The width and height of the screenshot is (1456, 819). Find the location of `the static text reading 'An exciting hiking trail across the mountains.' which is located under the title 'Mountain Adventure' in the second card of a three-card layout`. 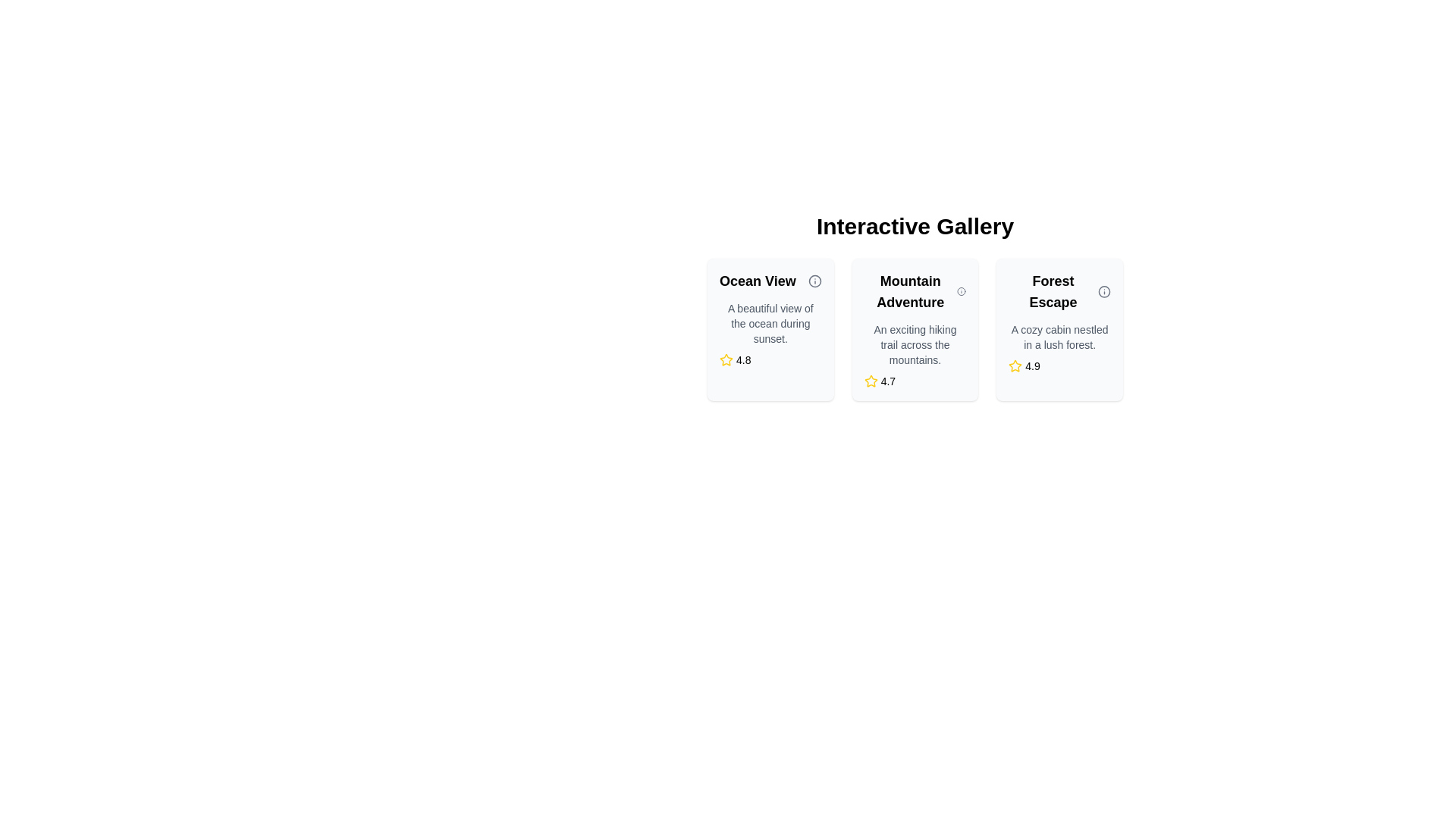

the static text reading 'An exciting hiking trail across the mountains.' which is located under the title 'Mountain Adventure' in the second card of a three-card layout is located at coordinates (914, 345).